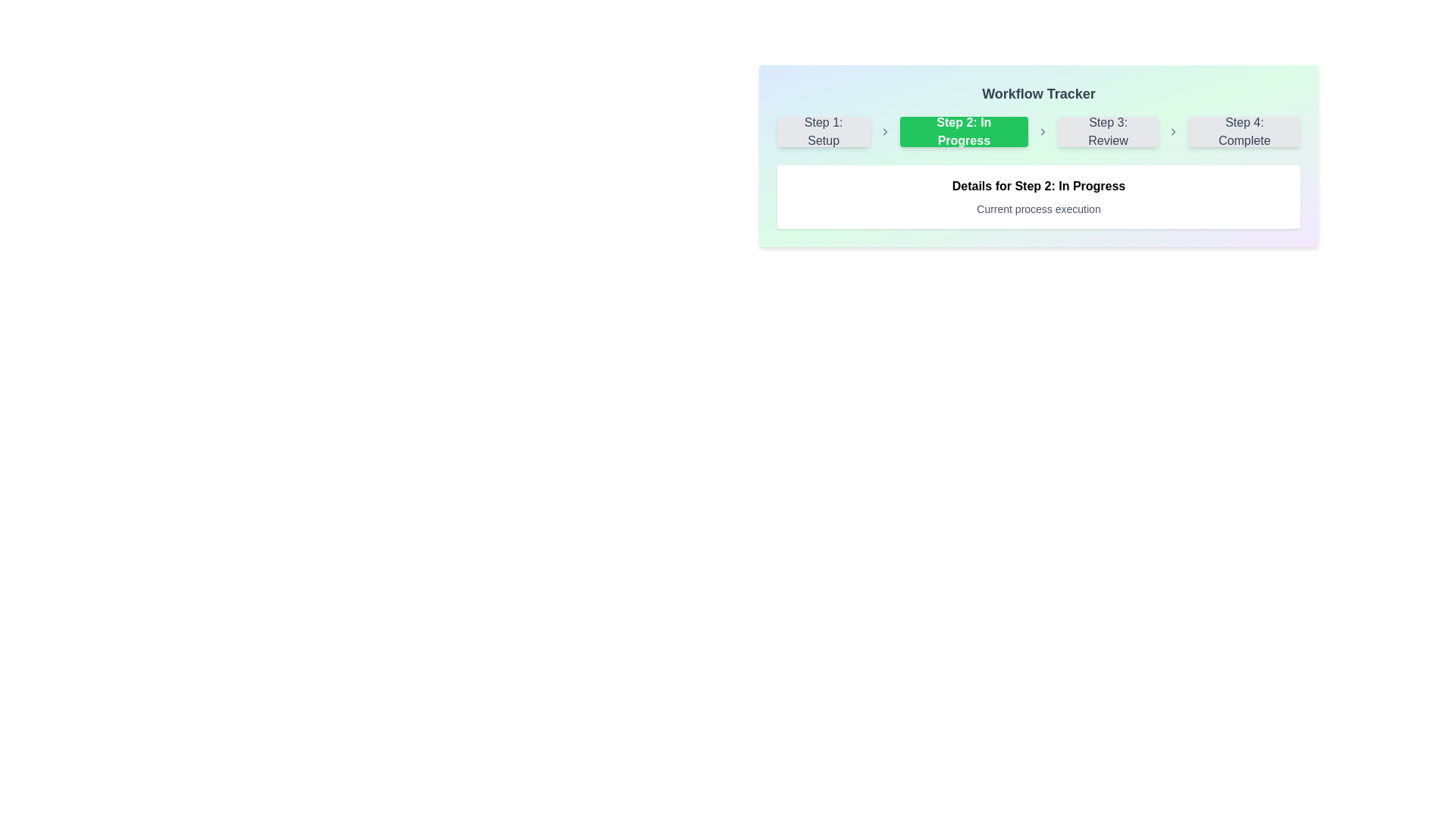  What do you see at coordinates (963, 130) in the screenshot?
I see `the green rectangular button labeled 'Step 2: In Progress' for navigation` at bounding box center [963, 130].